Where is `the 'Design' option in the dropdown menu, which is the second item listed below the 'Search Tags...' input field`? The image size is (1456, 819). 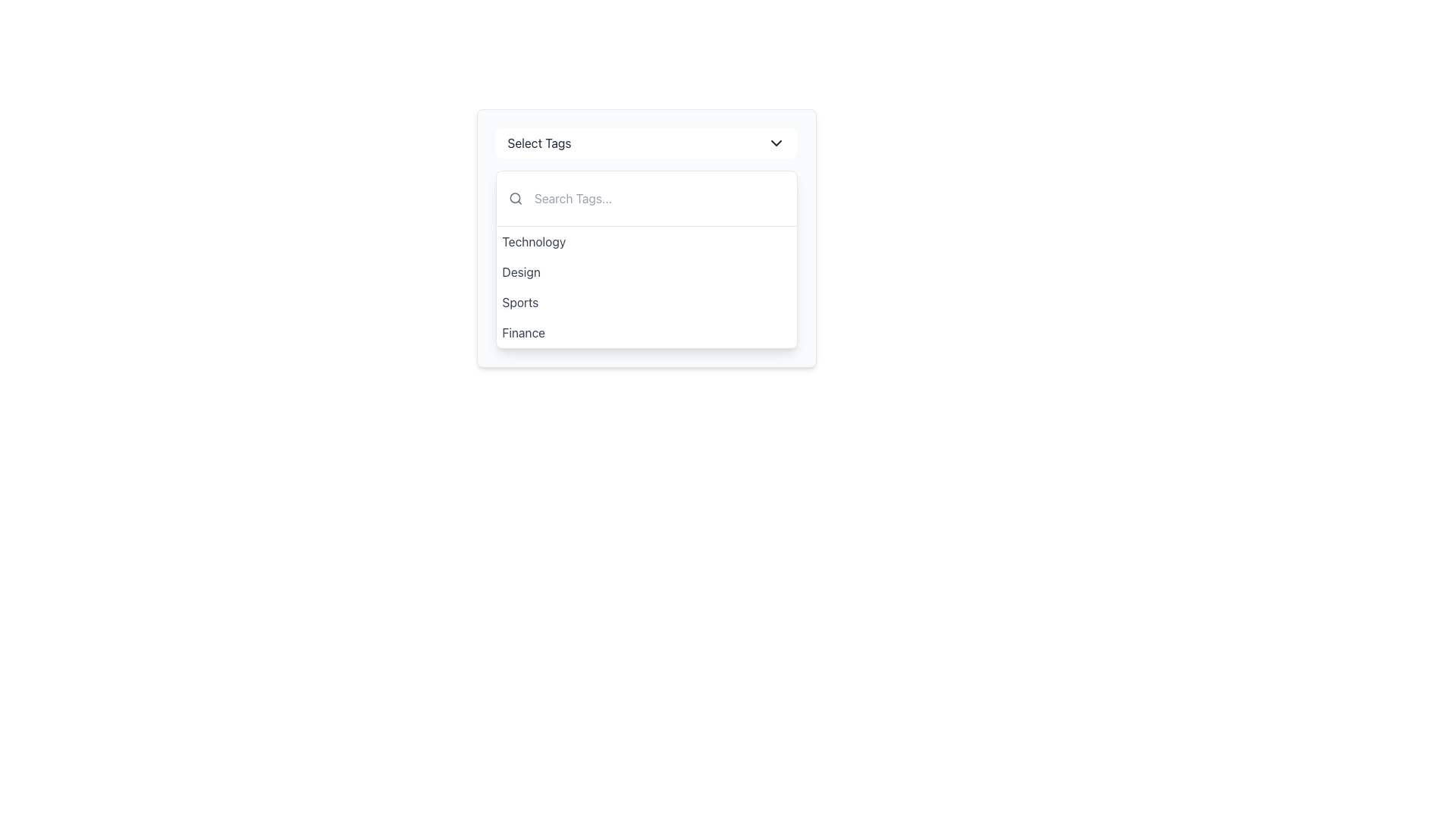
the 'Design' option in the dropdown menu, which is the second item listed below the 'Search Tags...' input field is located at coordinates (521, 271).